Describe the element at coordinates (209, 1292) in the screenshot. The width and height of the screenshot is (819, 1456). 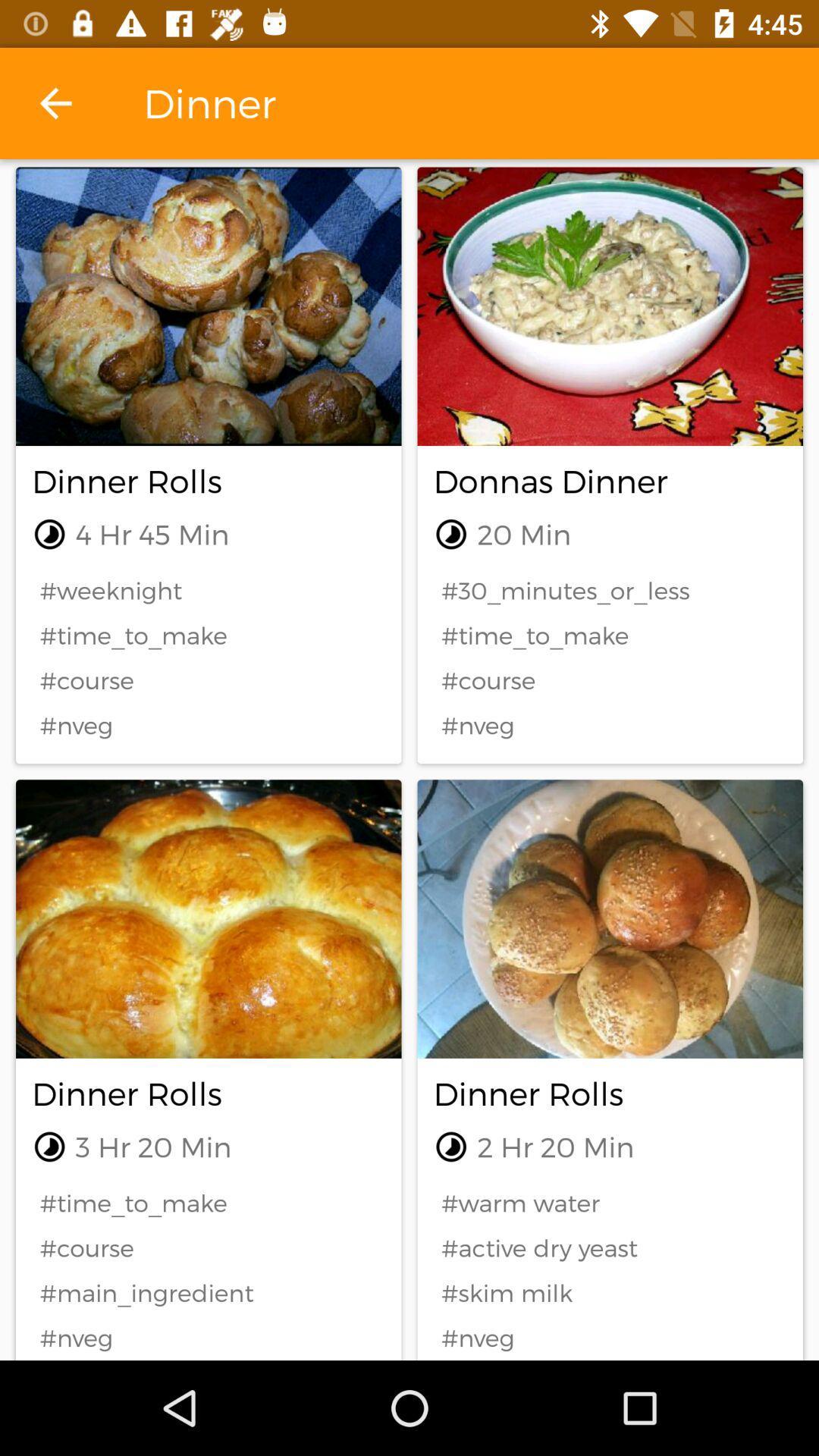
I see `the item below #course item` at that location.